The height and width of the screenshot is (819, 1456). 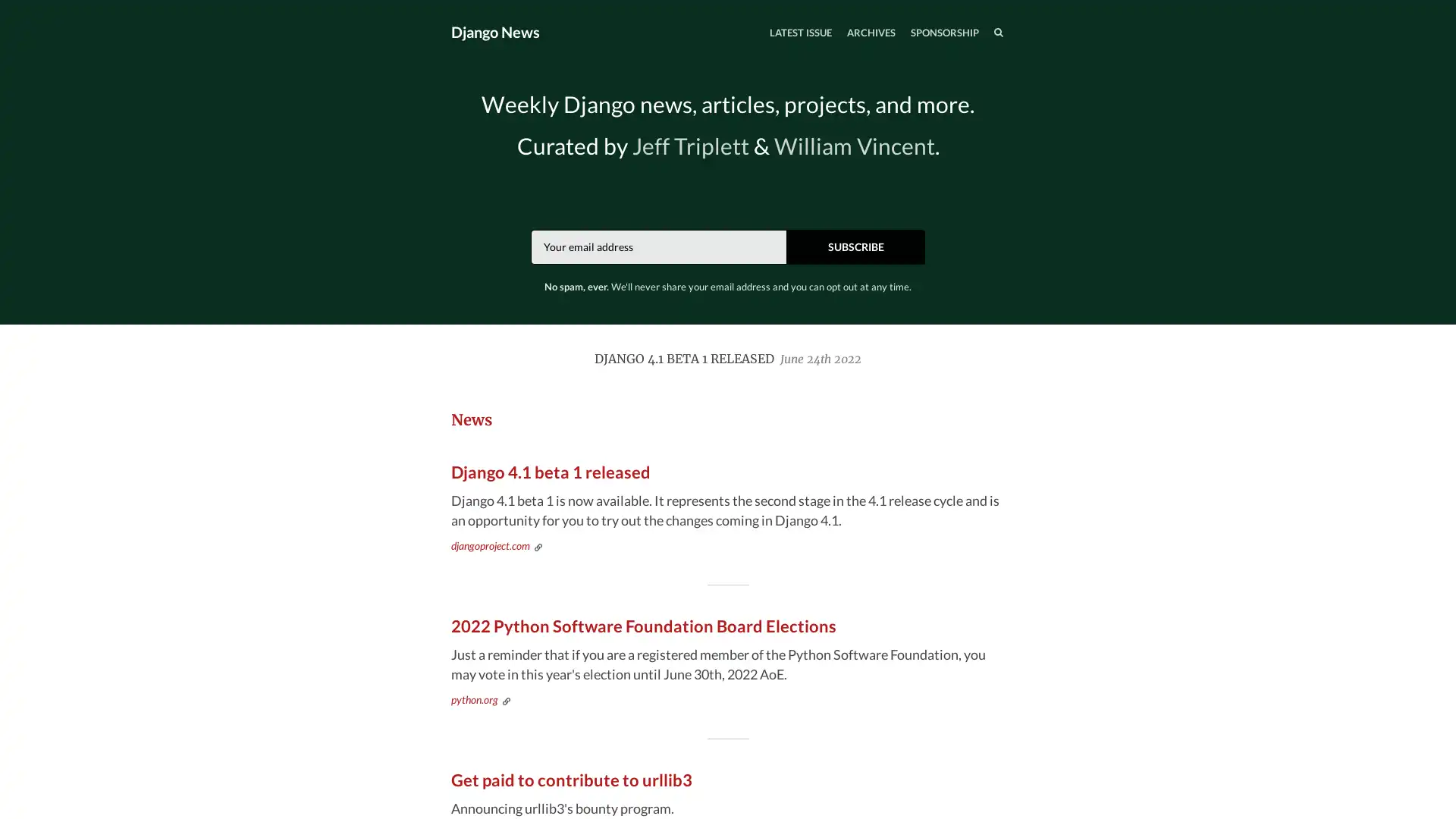 I want to click on SUBSCRIBE, so click(x=855, y=245).